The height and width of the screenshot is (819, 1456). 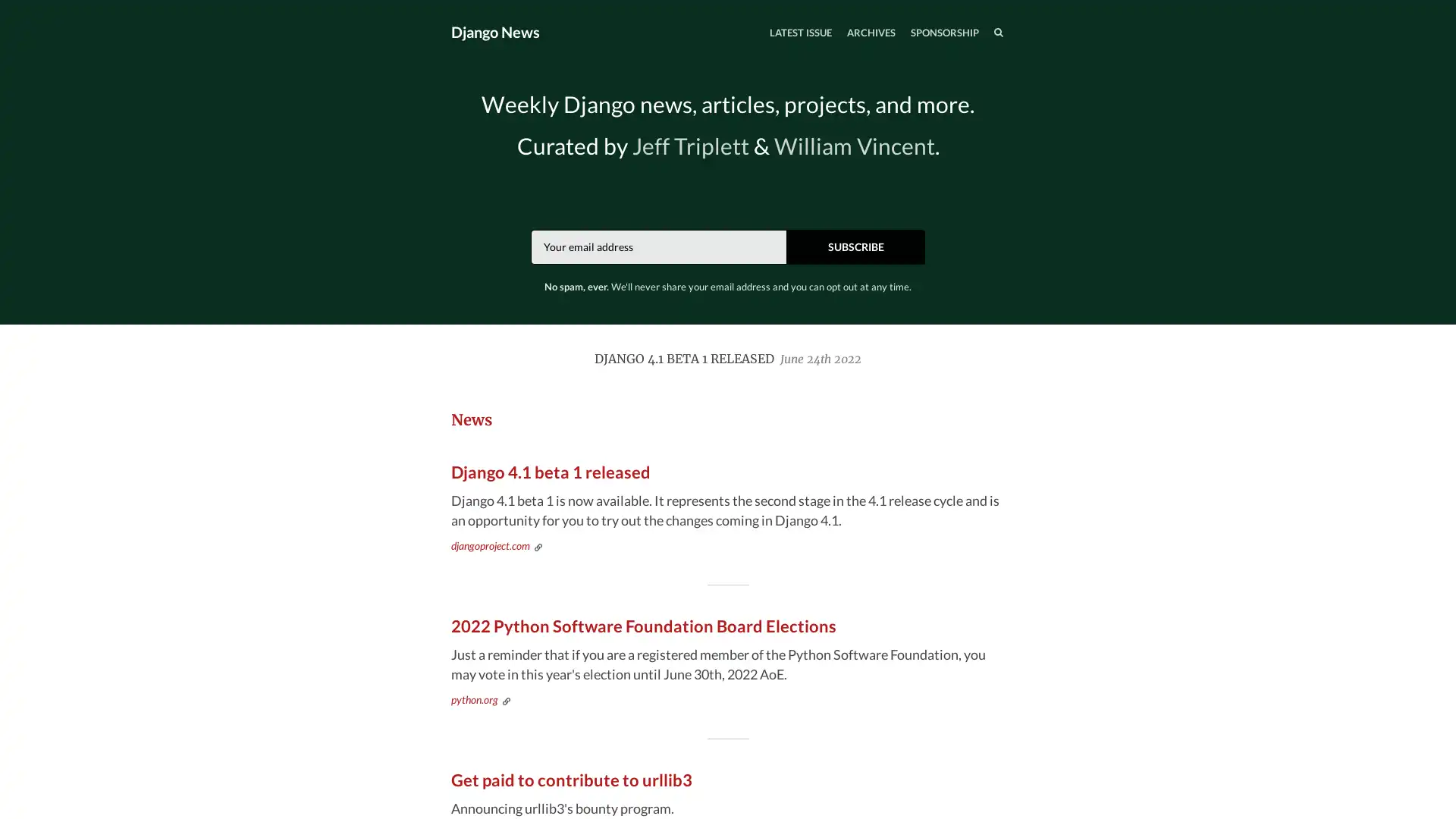 I want to click on SUBSCRIBE, so click(x=855, y=245).